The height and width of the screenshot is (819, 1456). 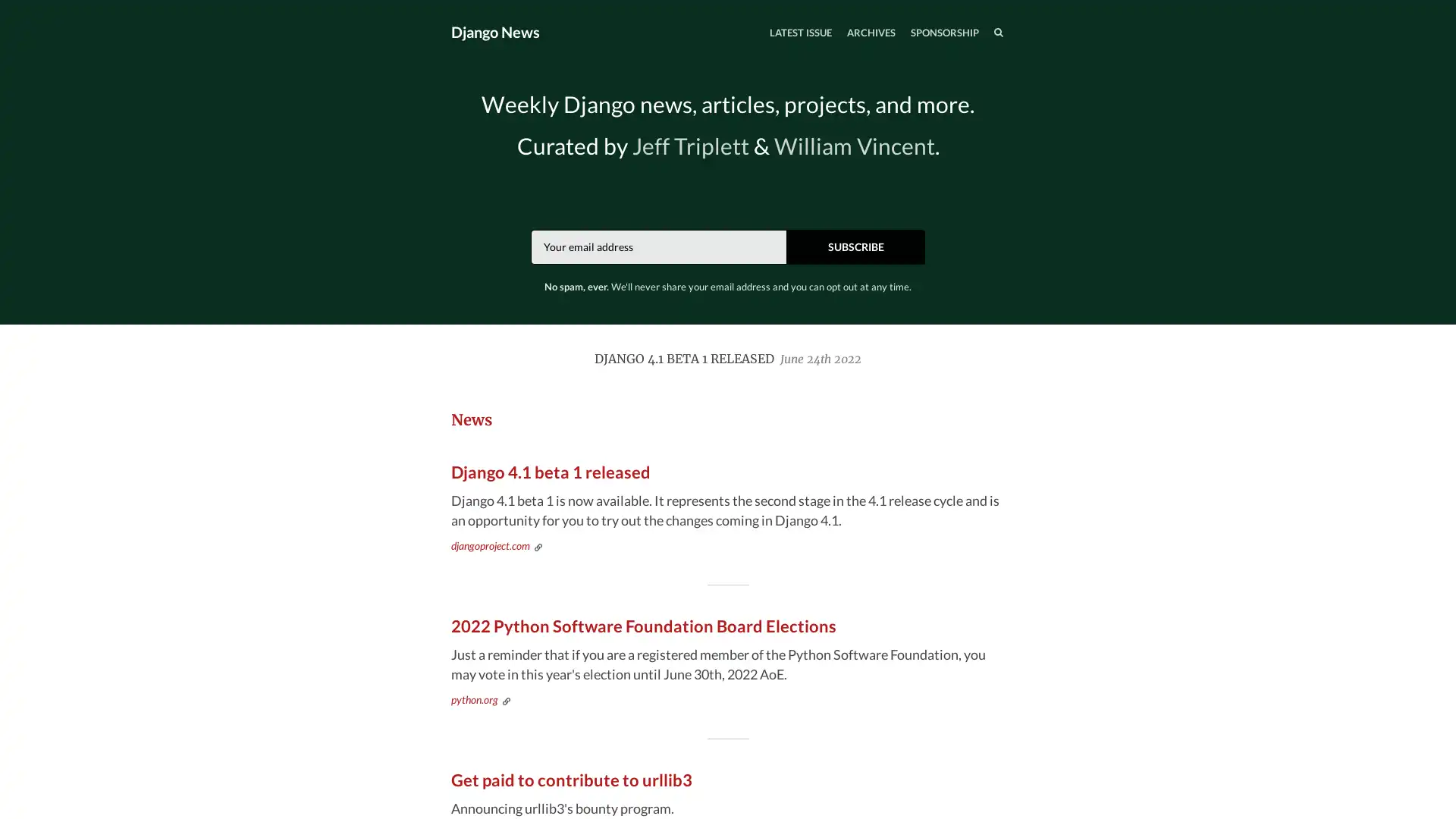 I want to click on SUBSCRIBE, so click(x=855, y=245).